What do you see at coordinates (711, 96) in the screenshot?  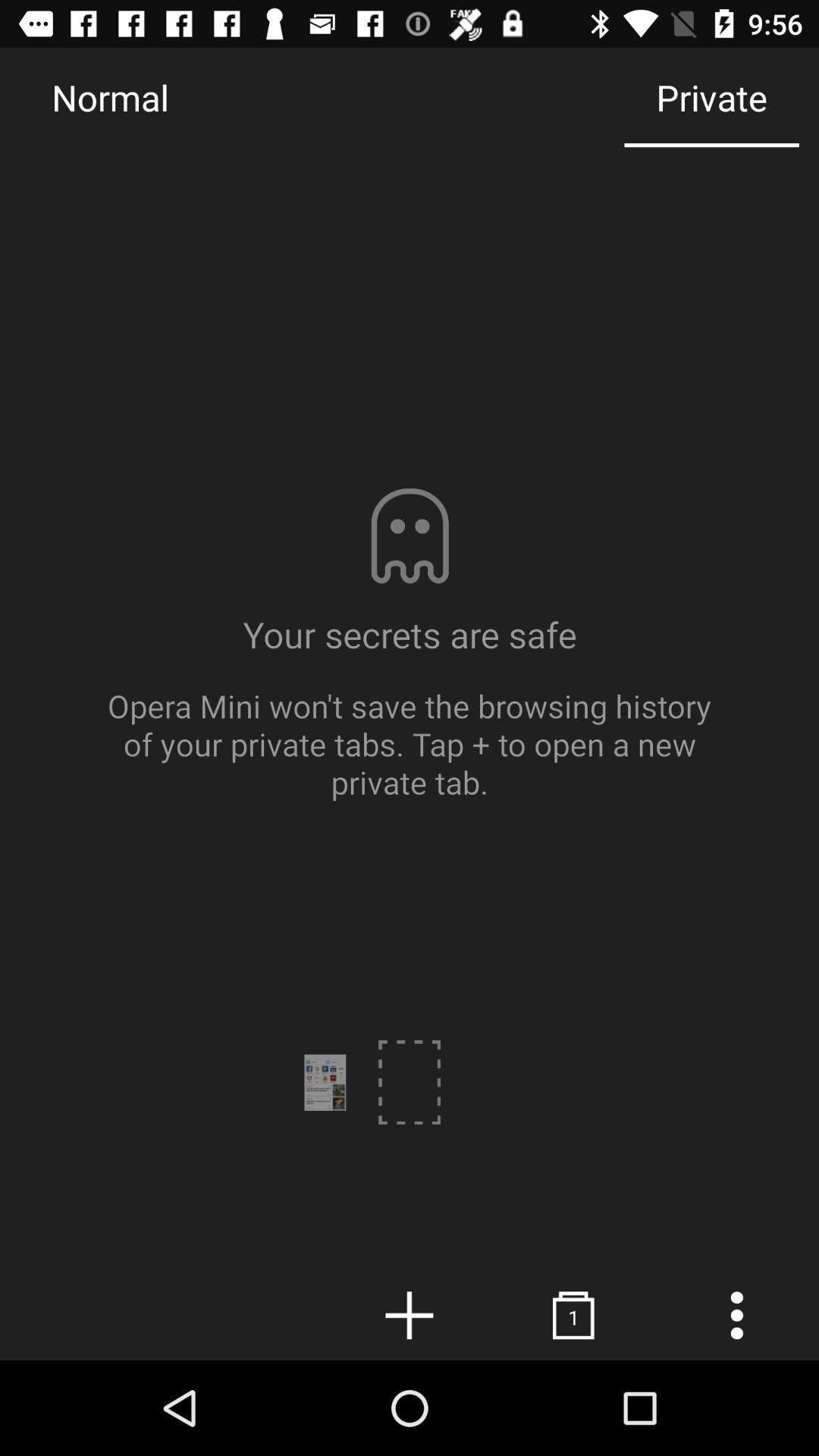 I see `icon to the right of the normal item` at bounding box center [711, 96].